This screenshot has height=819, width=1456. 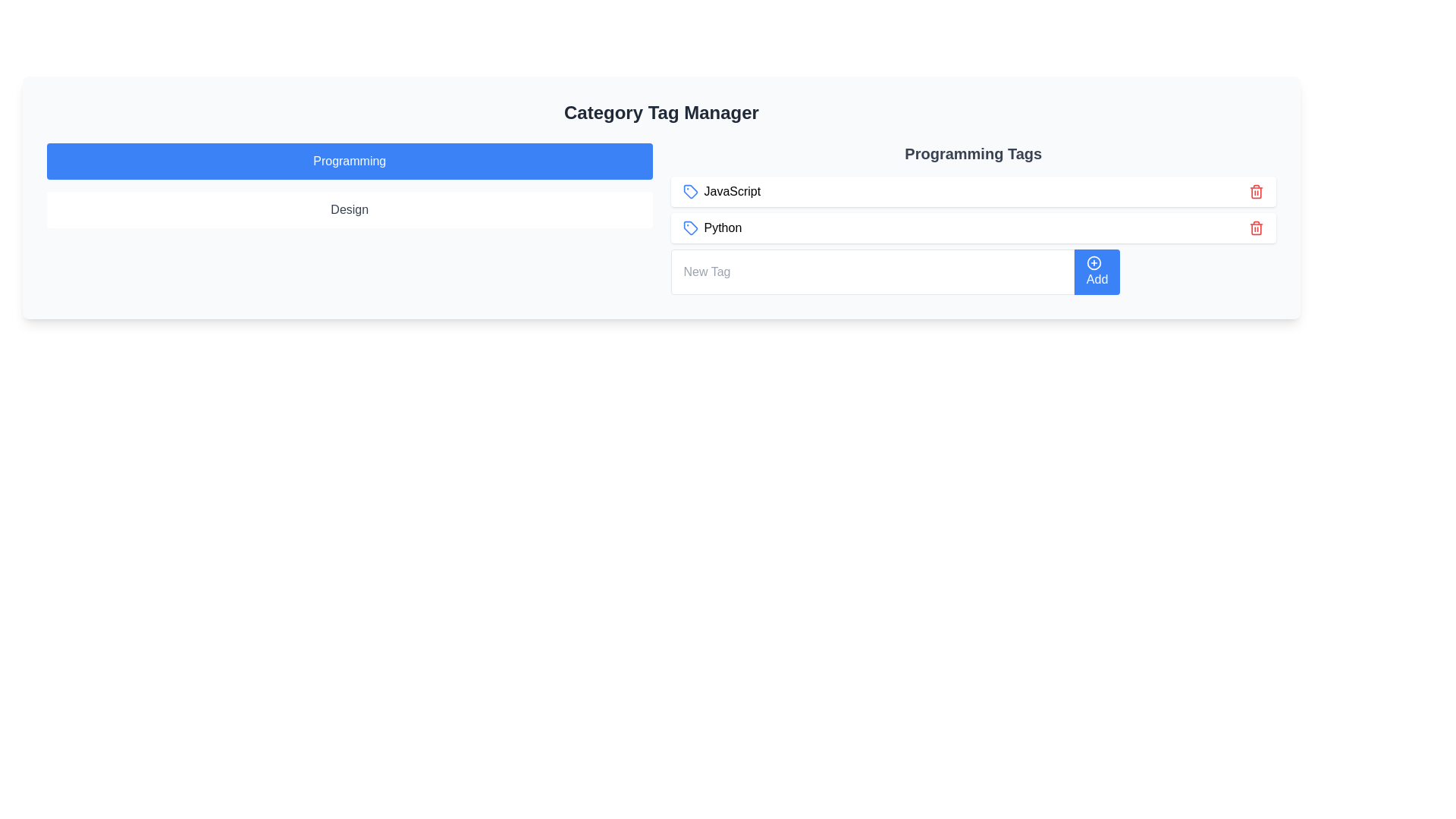 What do you see at coordinates (1094, 262) in the screenshot?
I see `the icon represented by a circle within an SVG, which is positioned to the right of the 'New Tag' text input field and adjacent to the 'Add' button` at bounding box center [1094, 262].